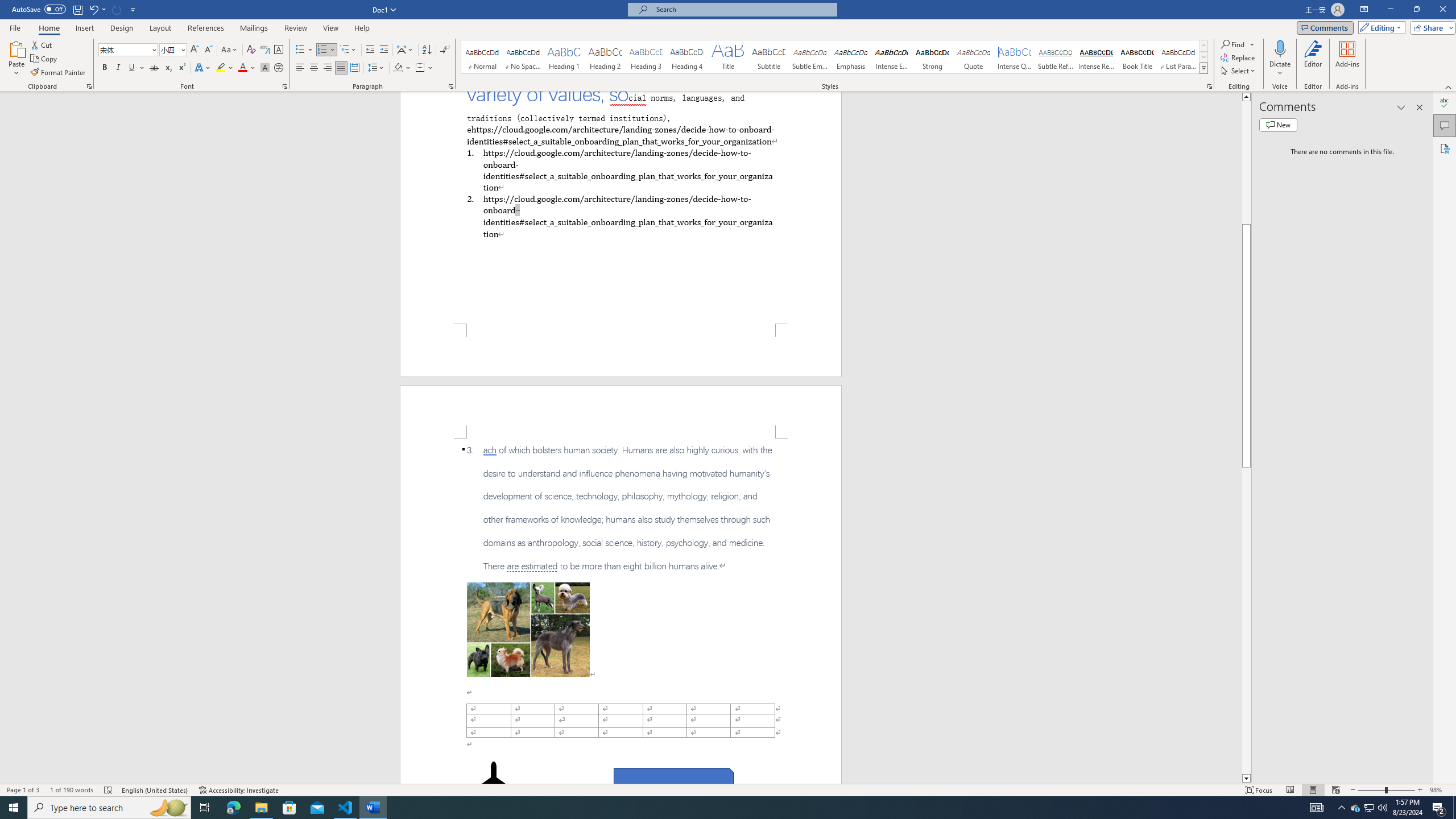  Describe the element at coordinates (402, 67) in the screenshot. I see `'Shading'` at that location.